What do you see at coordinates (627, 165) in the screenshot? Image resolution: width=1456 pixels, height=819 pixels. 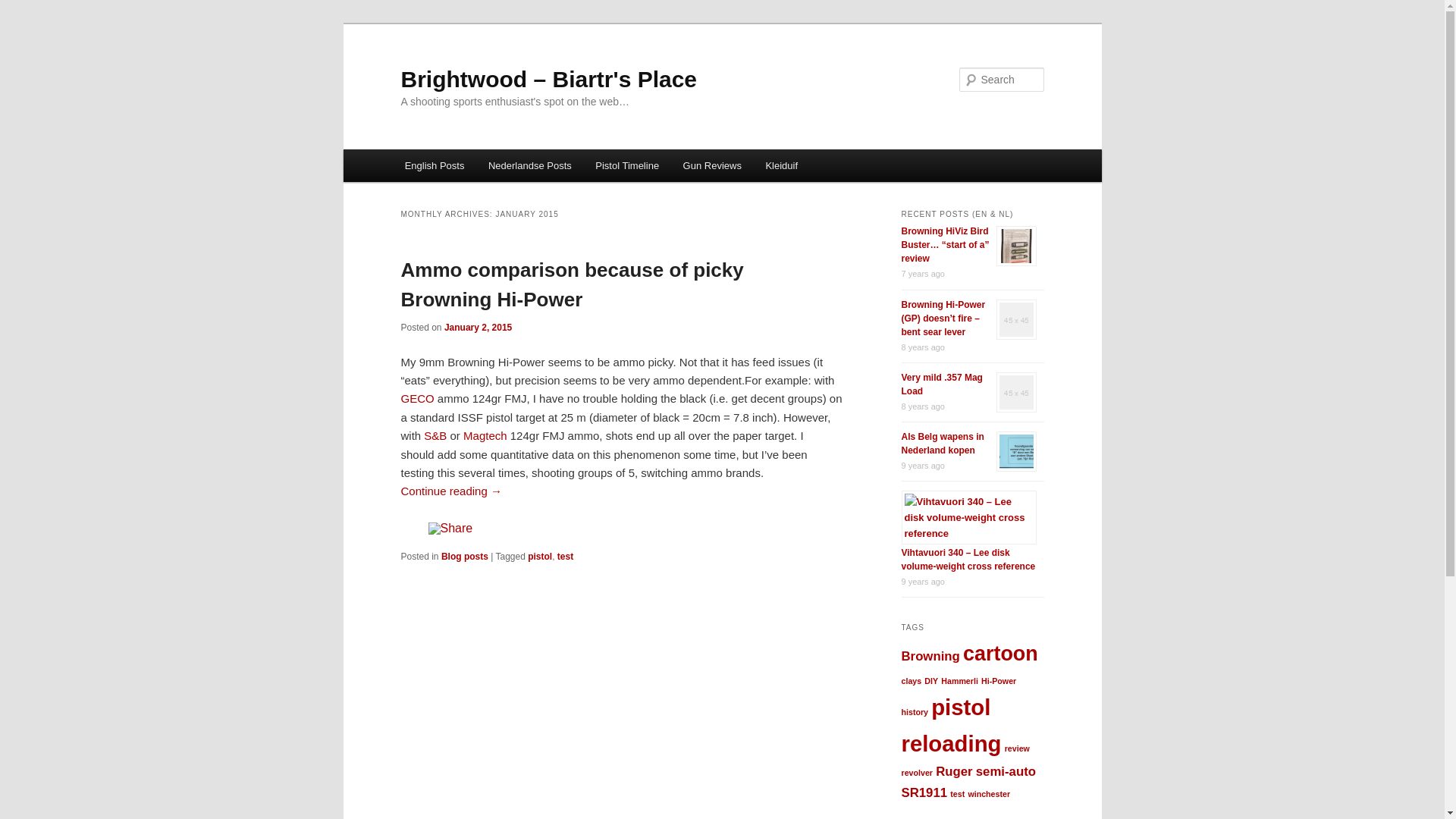 I see `'Pistol Timeline'` at bounding box center [627, 165].